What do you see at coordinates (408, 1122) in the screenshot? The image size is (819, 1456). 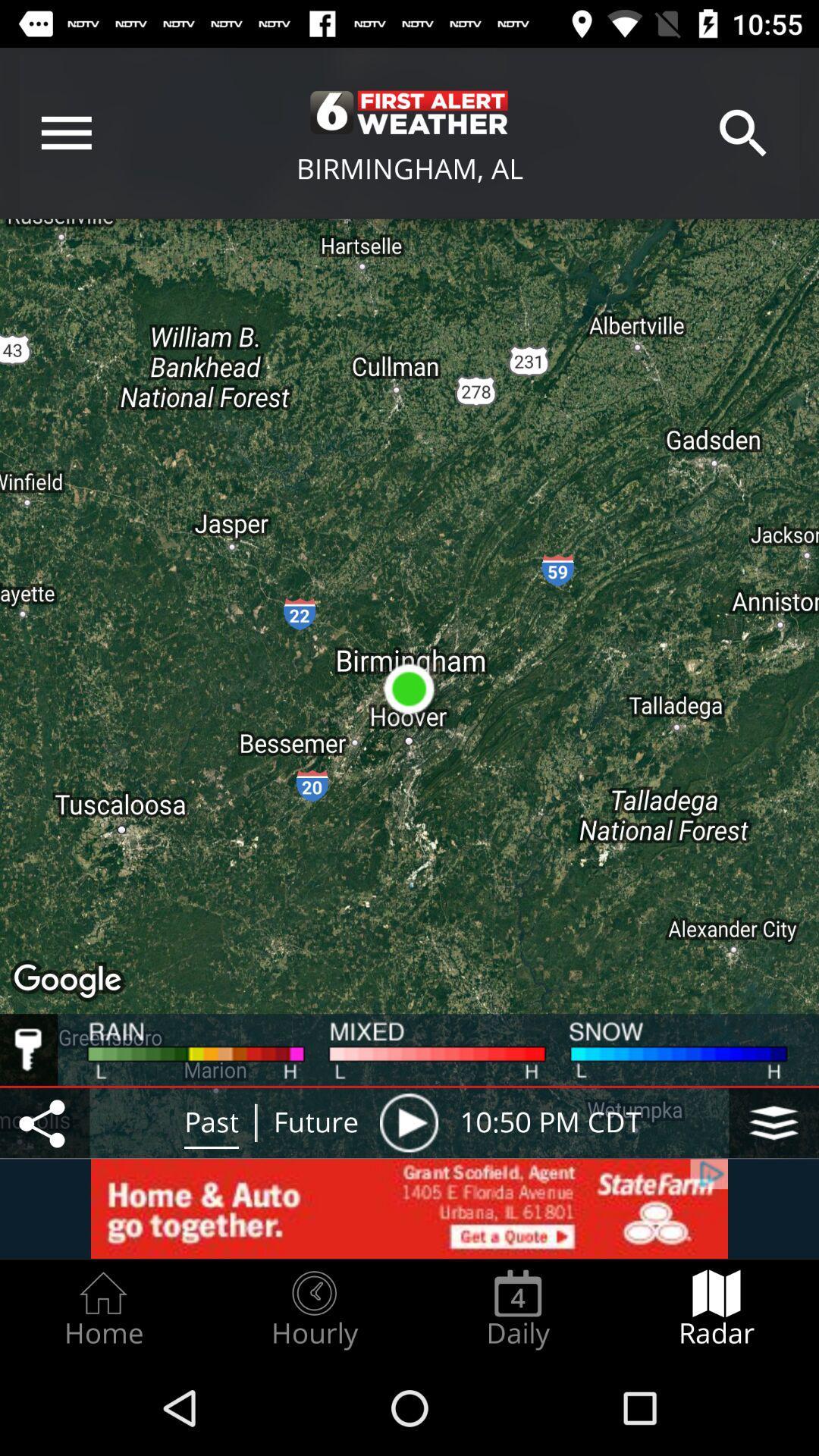 I see `the item to the right of the future item` at bounding box center [408, 1122].